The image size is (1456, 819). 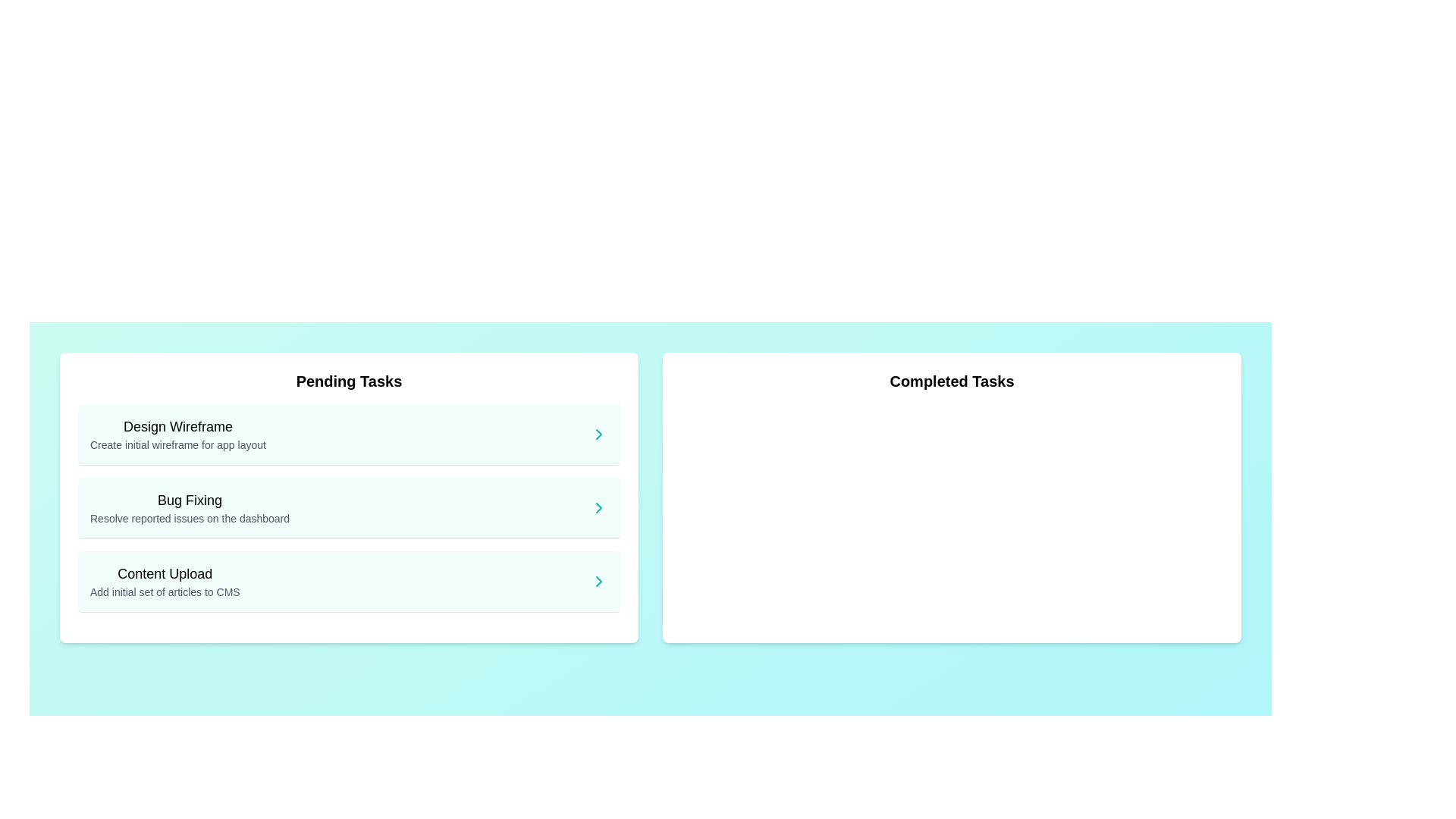 What do you see at coordinates (165, 581) in the screenshot?
I see `the static text block that presents the task title 'Content Upload' and description 'Add initial set of articles to CMS', which is the third task listed under the 'Pending Tasks' column` at bounding box center [165, 581].